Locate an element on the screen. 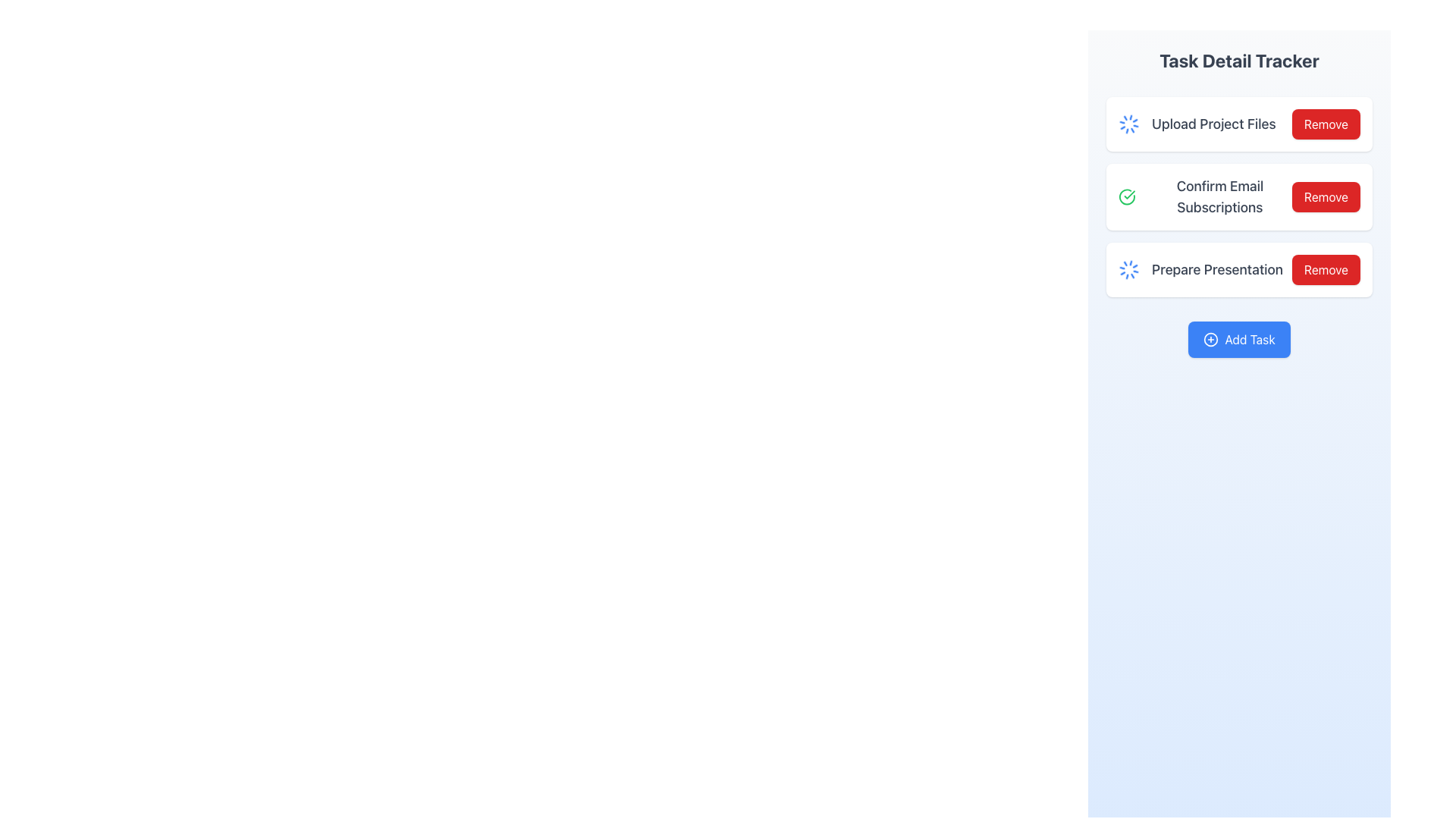 Image resolution: width=1456 pixels, height=819 pixels. the 'Prepare Presentation' static label with icon, which indicates the task is currently active or processing is located at coordinates (1200, 268).